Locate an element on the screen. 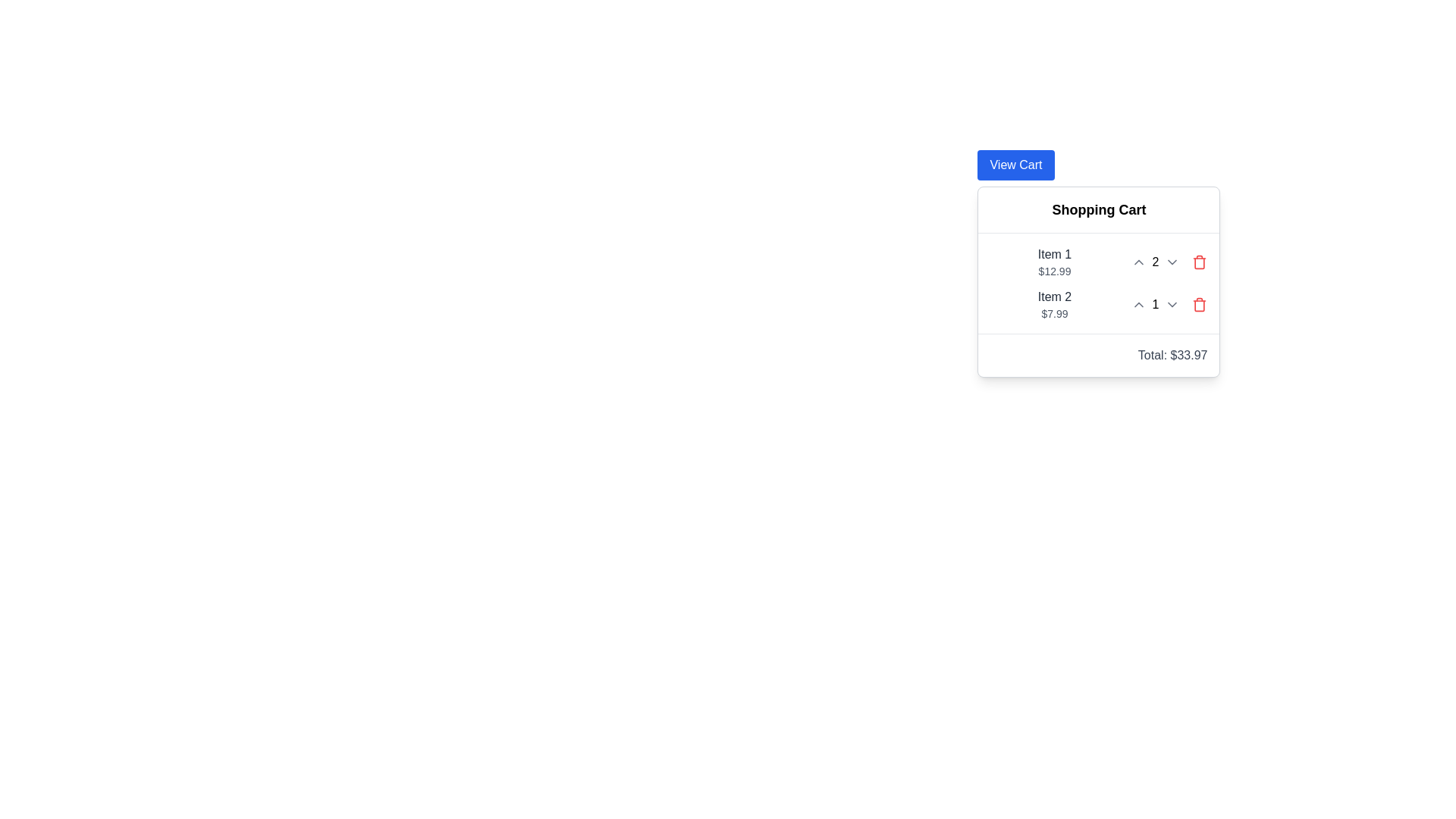  the numeric display for 'Item 1' in the shopping cart interface to highlight or interact with it if interactive functionality exists is located at coordinates (1155, 262).